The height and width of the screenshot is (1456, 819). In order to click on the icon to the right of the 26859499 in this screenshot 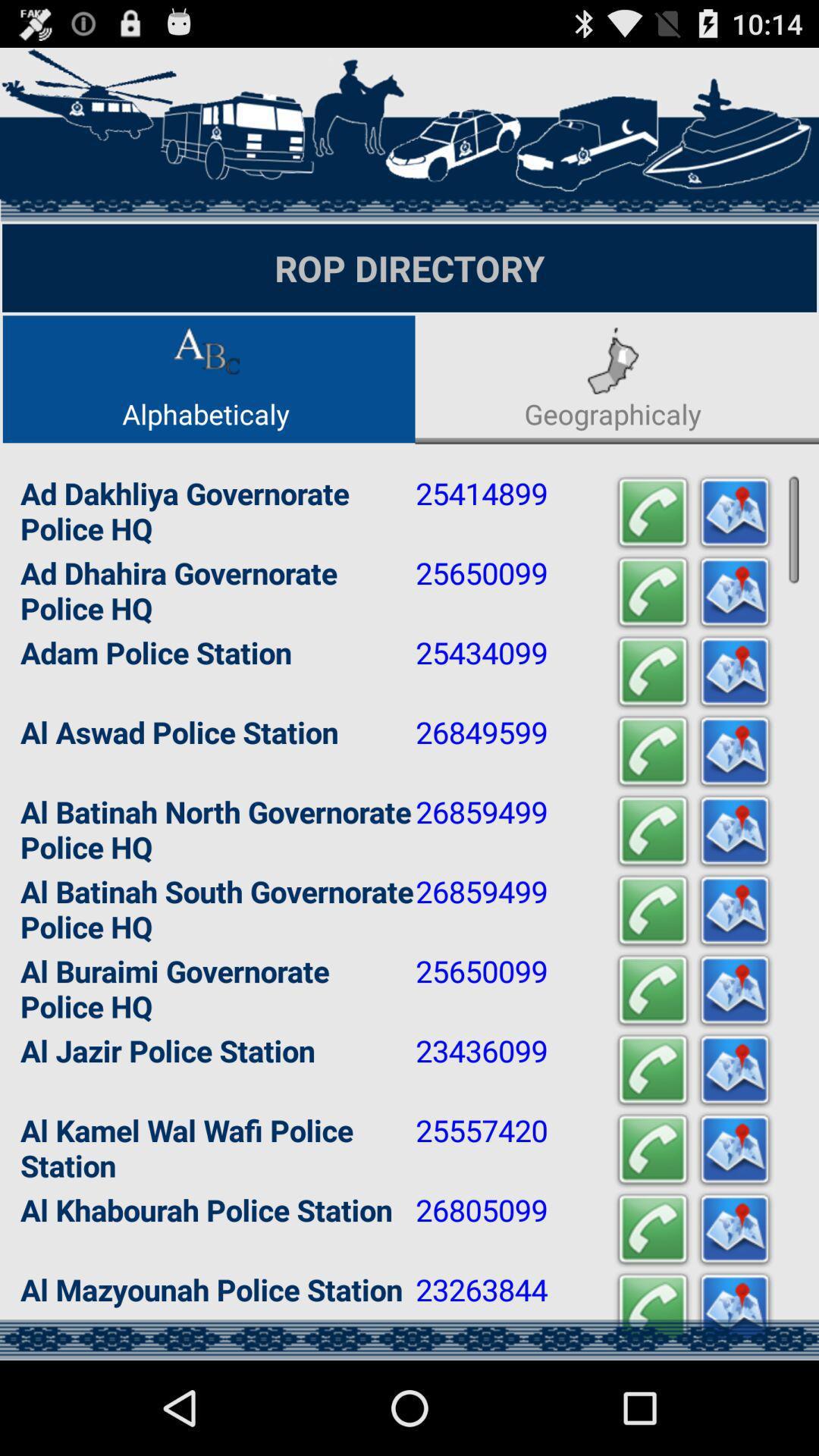, I will do `click(651, 830)`.